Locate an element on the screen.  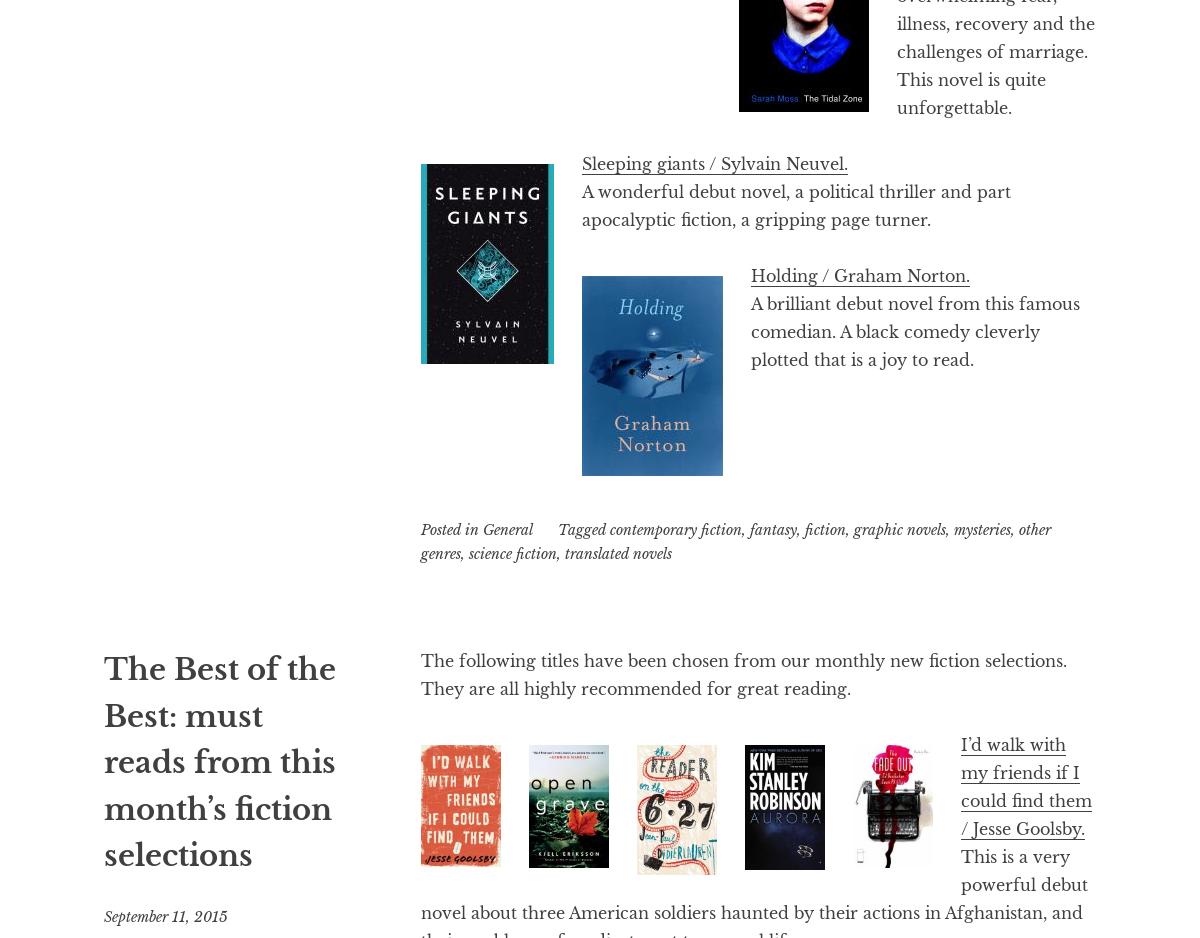
'Holding / Graham Norton.' is located at coordinates (750, 275).